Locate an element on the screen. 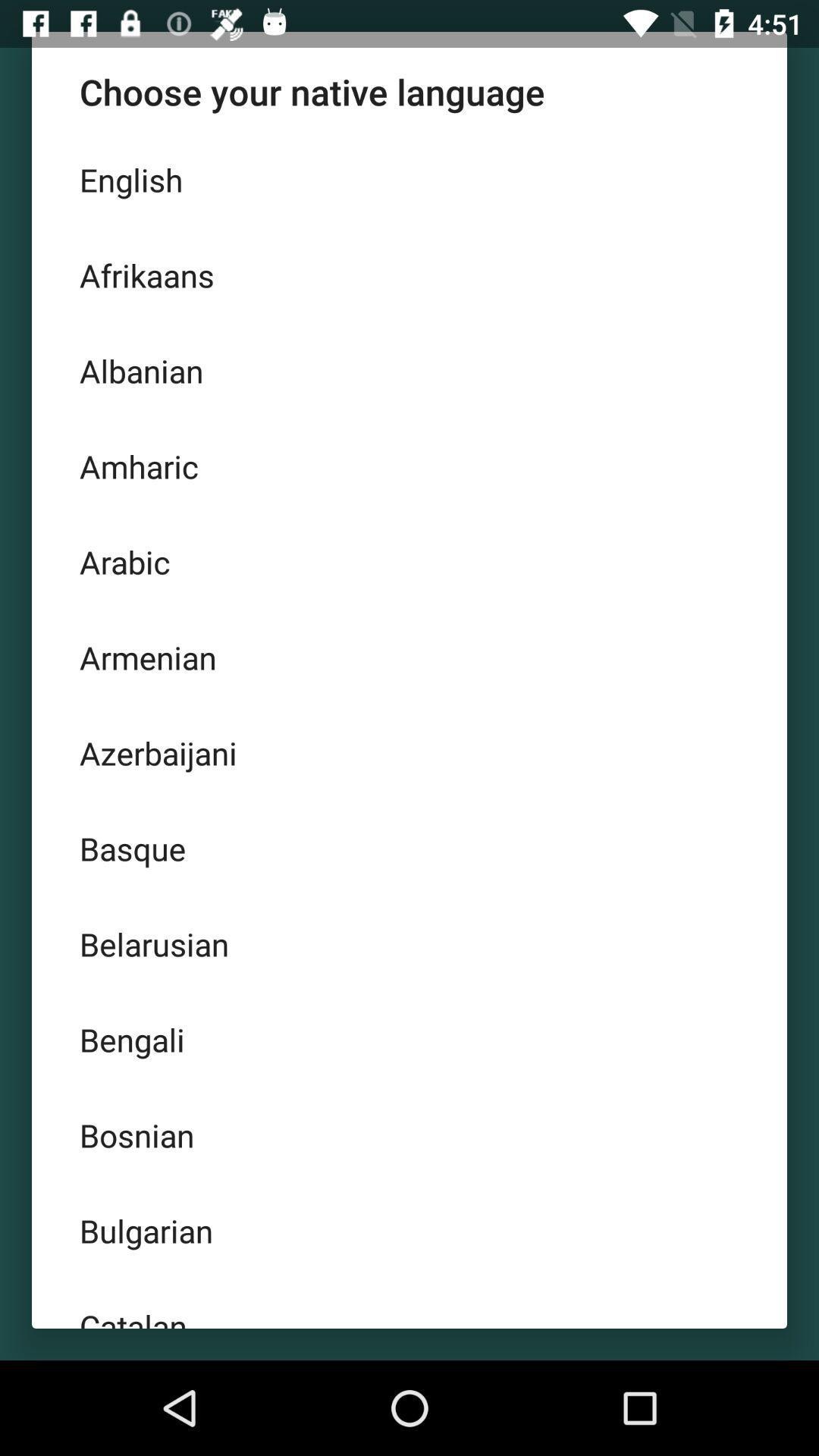 The width and height of the screenshot is (819, 1456). item below the belarusian is located at coordinates (409, 1039).